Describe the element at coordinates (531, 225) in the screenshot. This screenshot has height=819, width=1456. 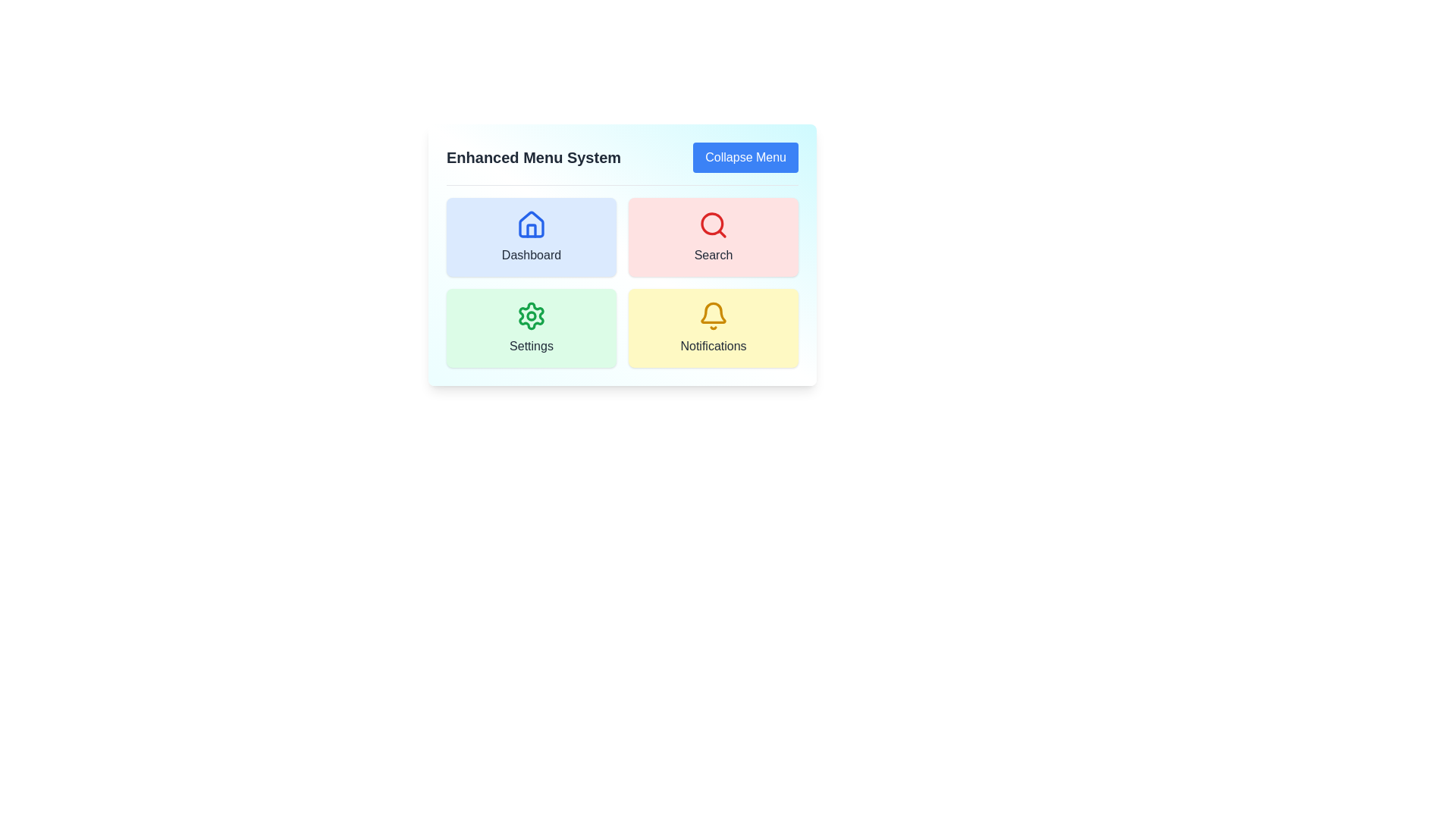
I see `the 'Dashboard' icon located in the top-left quadrant of the grid layout` at that location.